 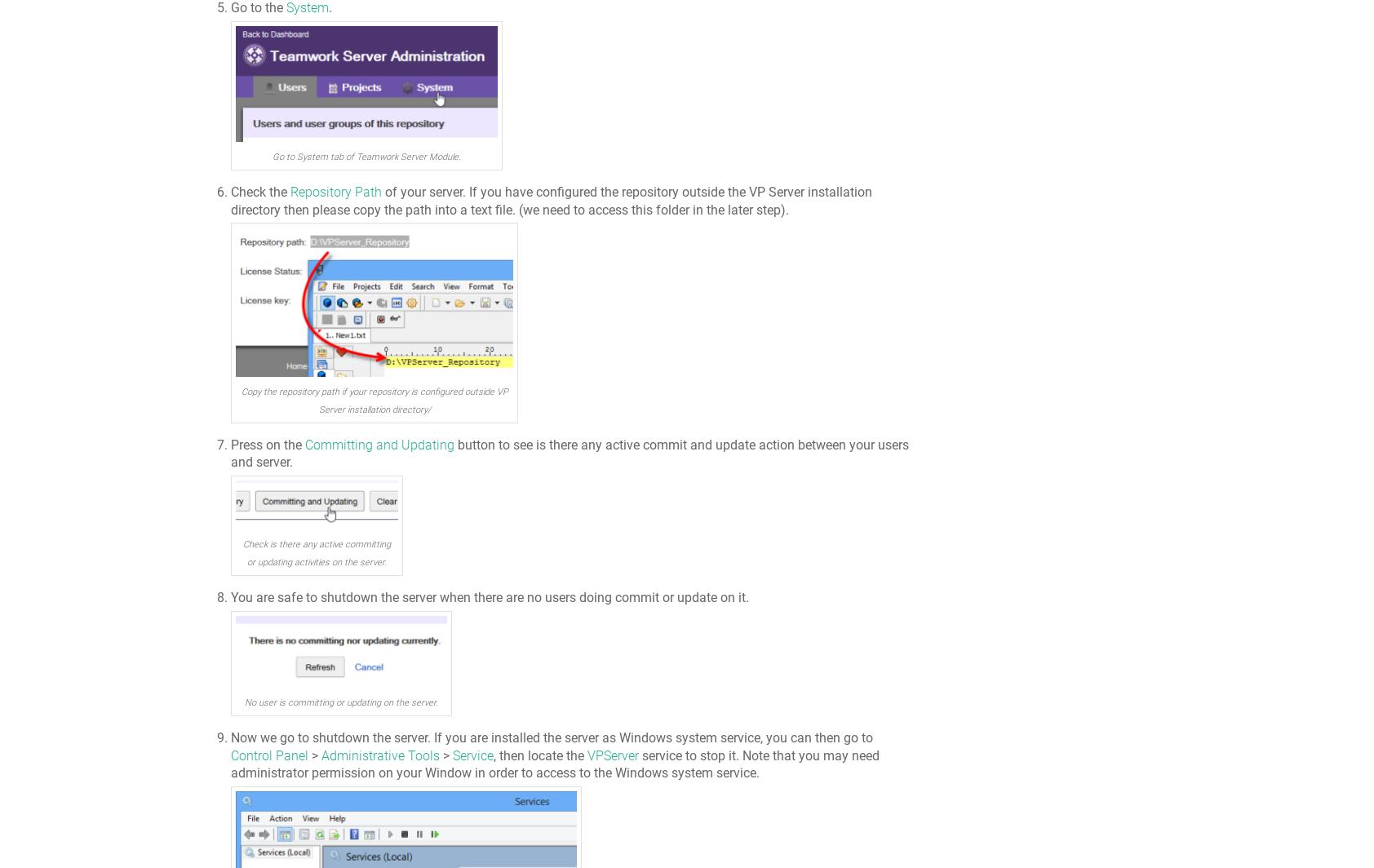 What do you see at coordinates (330, 7) in the screenshot?
I see `'.'` at bounding box center [330, 7].